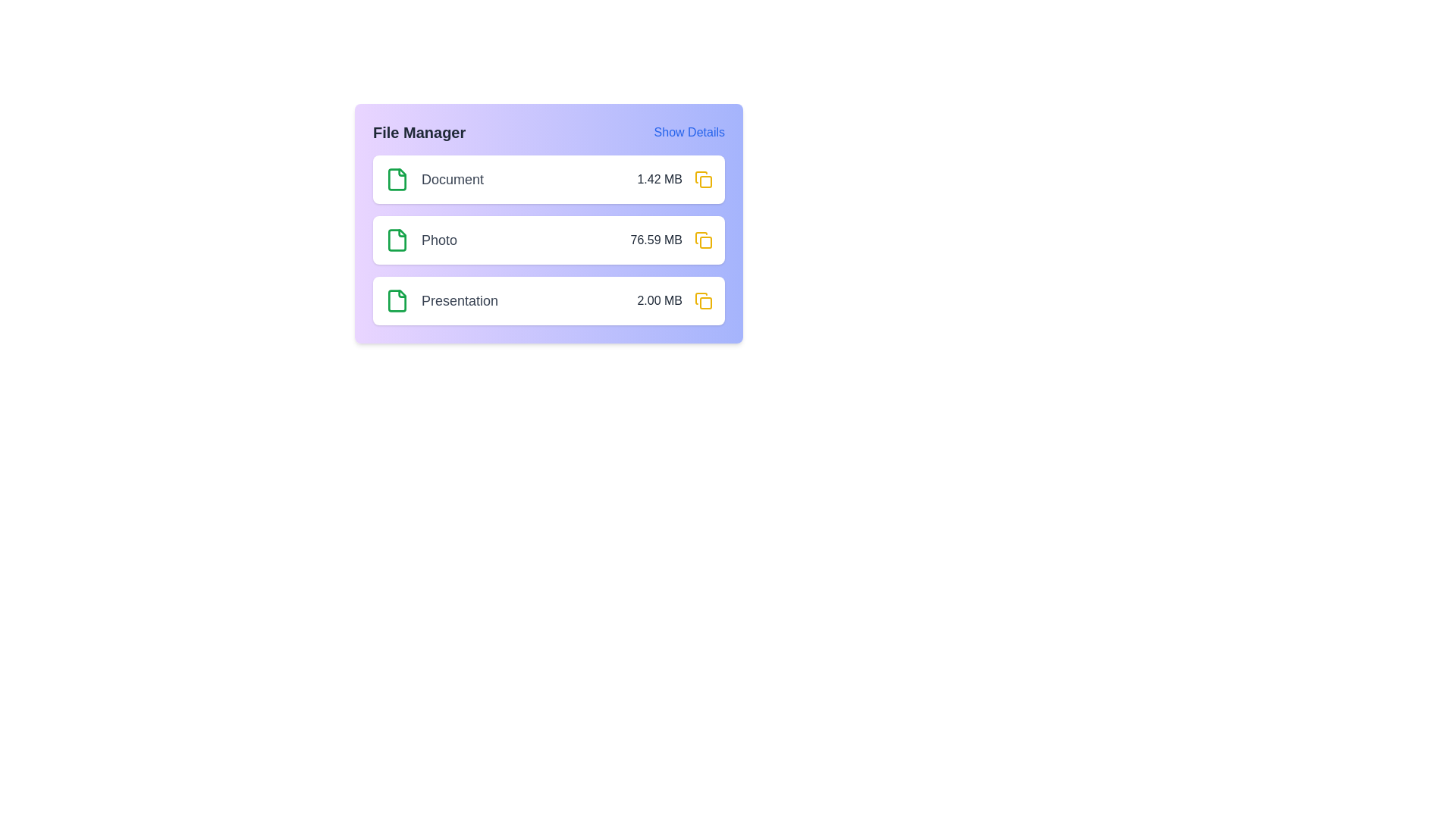 This screenshot has height=819, width=1456. Describe the element at coordinates (548, 301) in the screenshot. I see `the third file entry labeled 'Presentation' with a file size of '2.00 MB' in the file manager interface` at that location.